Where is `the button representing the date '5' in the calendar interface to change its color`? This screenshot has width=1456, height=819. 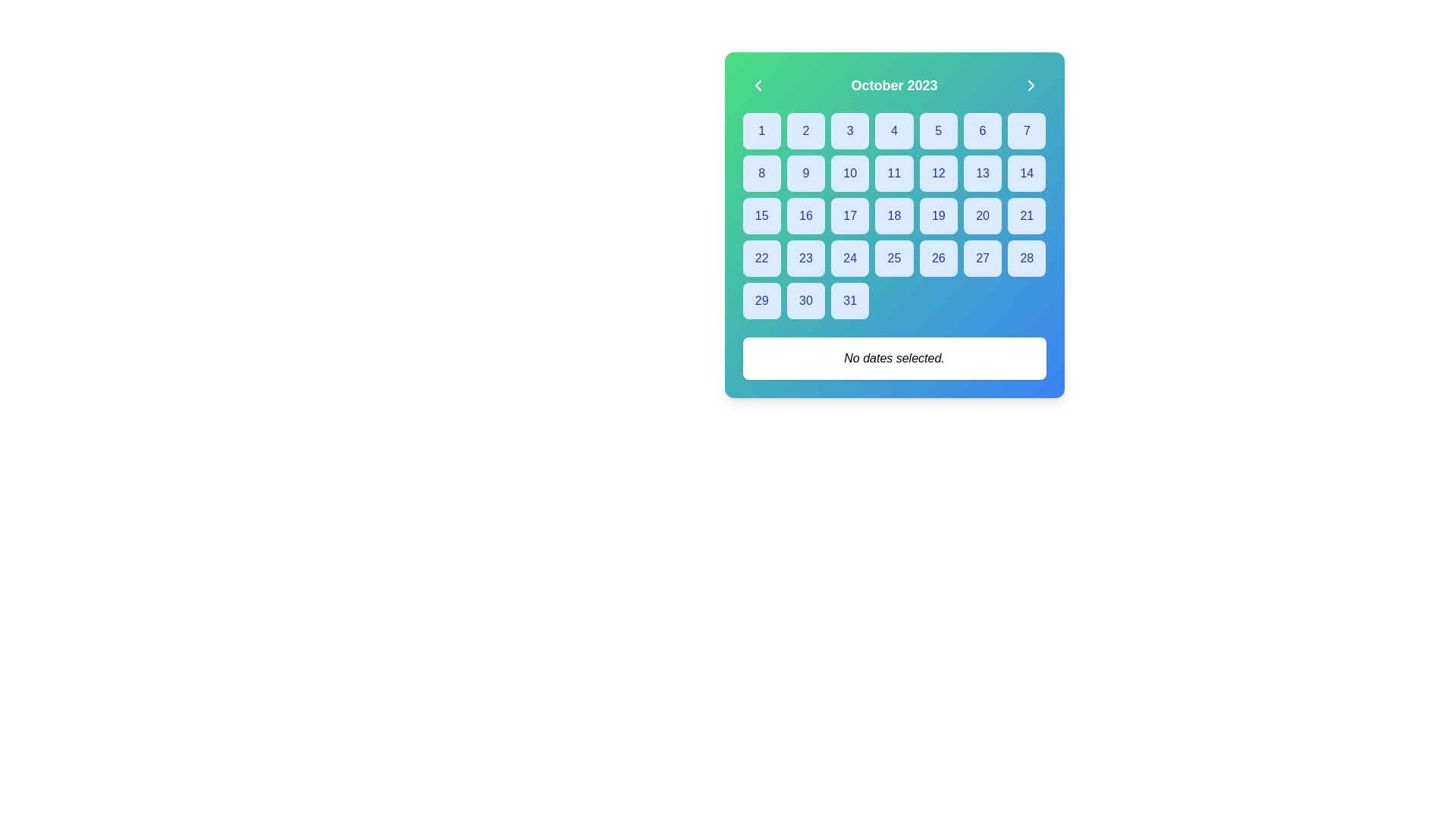 the button representing the date '5' in the calendar interface to change its color is located at coordinates (937, 130).